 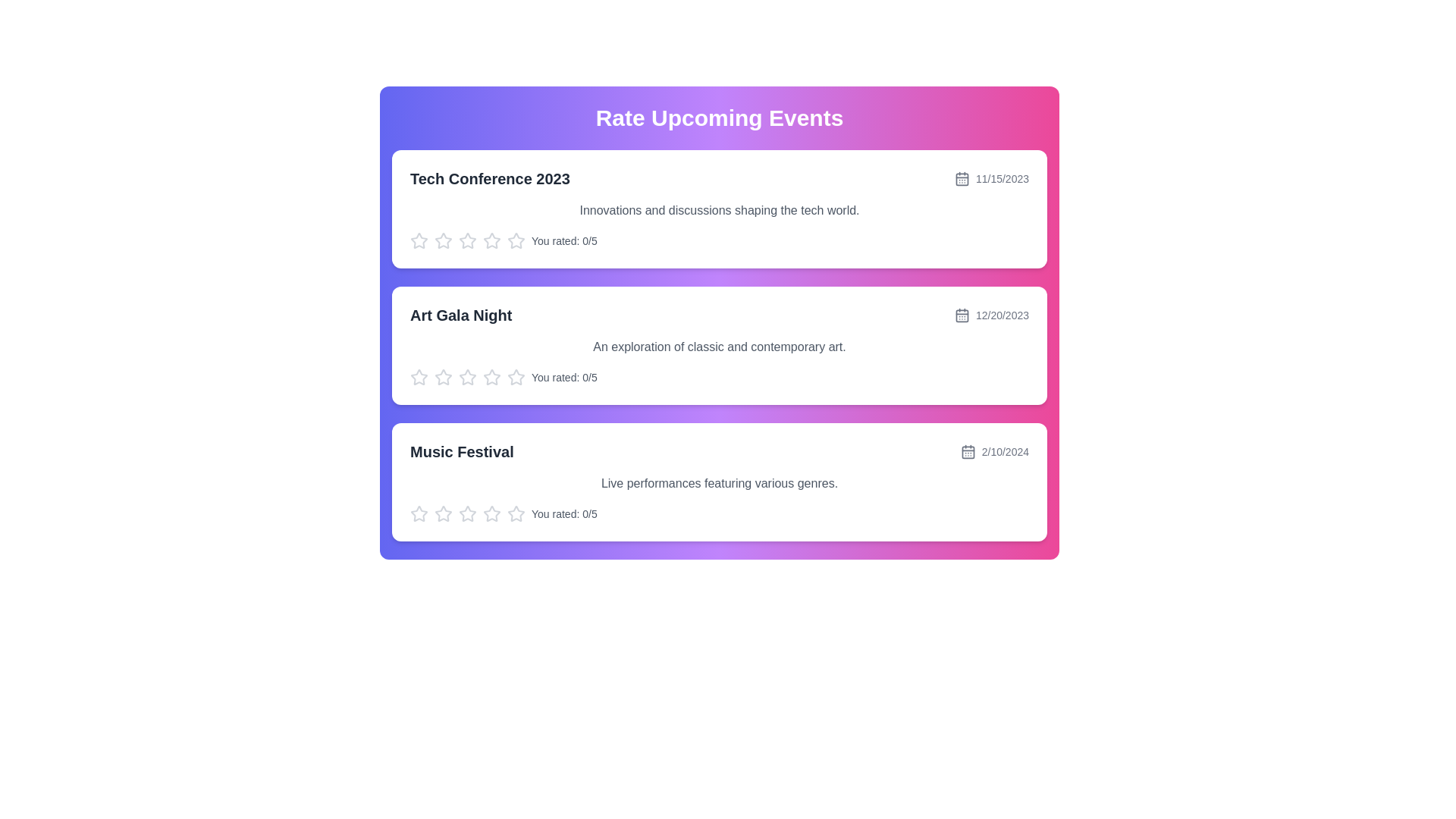 I want to click on text content summarizing the event within the 'Tech Conference 2023' card, located directly below the main title and date section, so click(x=719, y=210).